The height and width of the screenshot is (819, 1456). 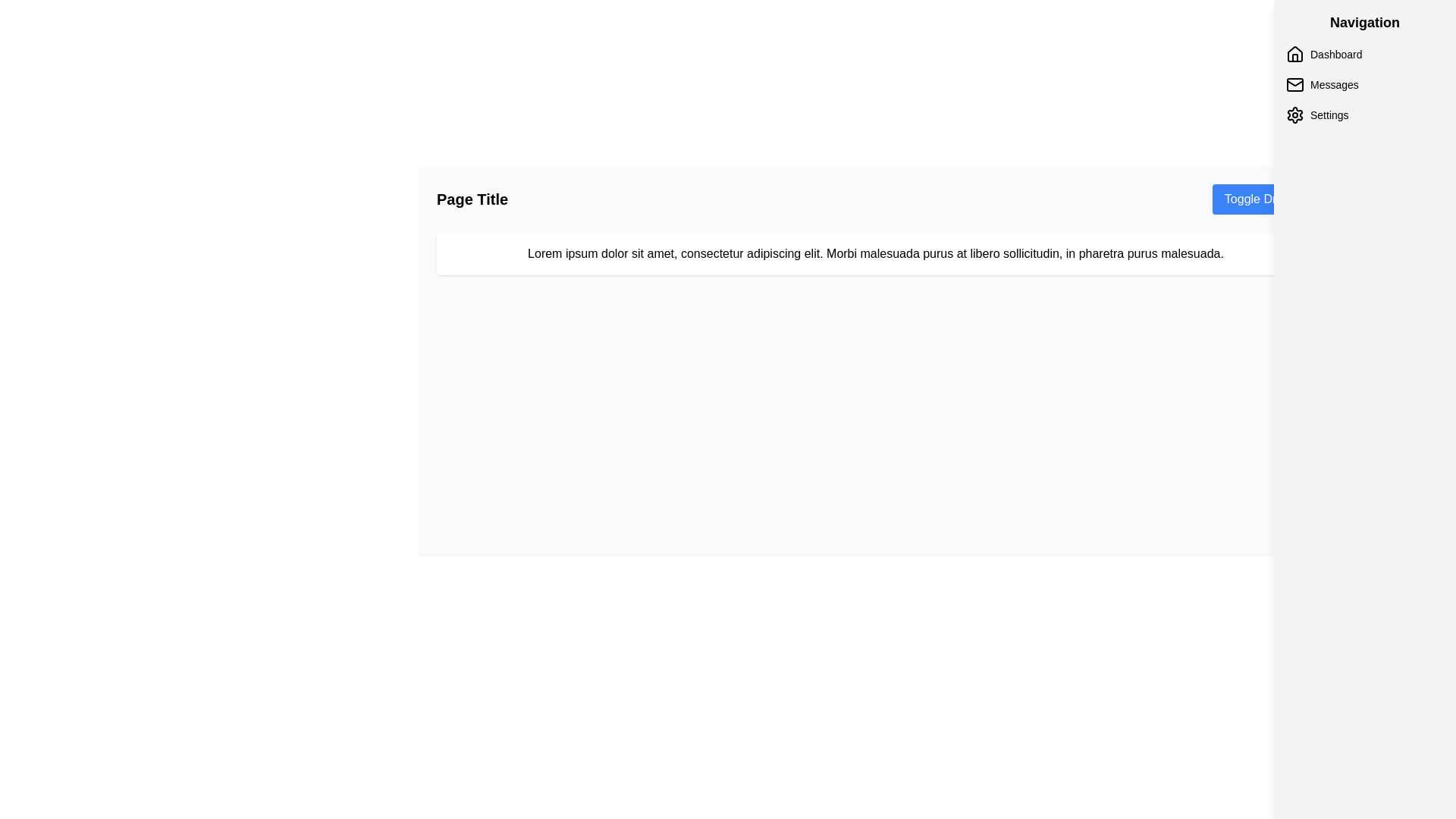 What do you see at coordinates (1294, 54) in the screenshot?
I see `the house icon located in the navigation sidebar, which is positioned left of the text 'Dashboard'` at bounding box center [1294, 54].